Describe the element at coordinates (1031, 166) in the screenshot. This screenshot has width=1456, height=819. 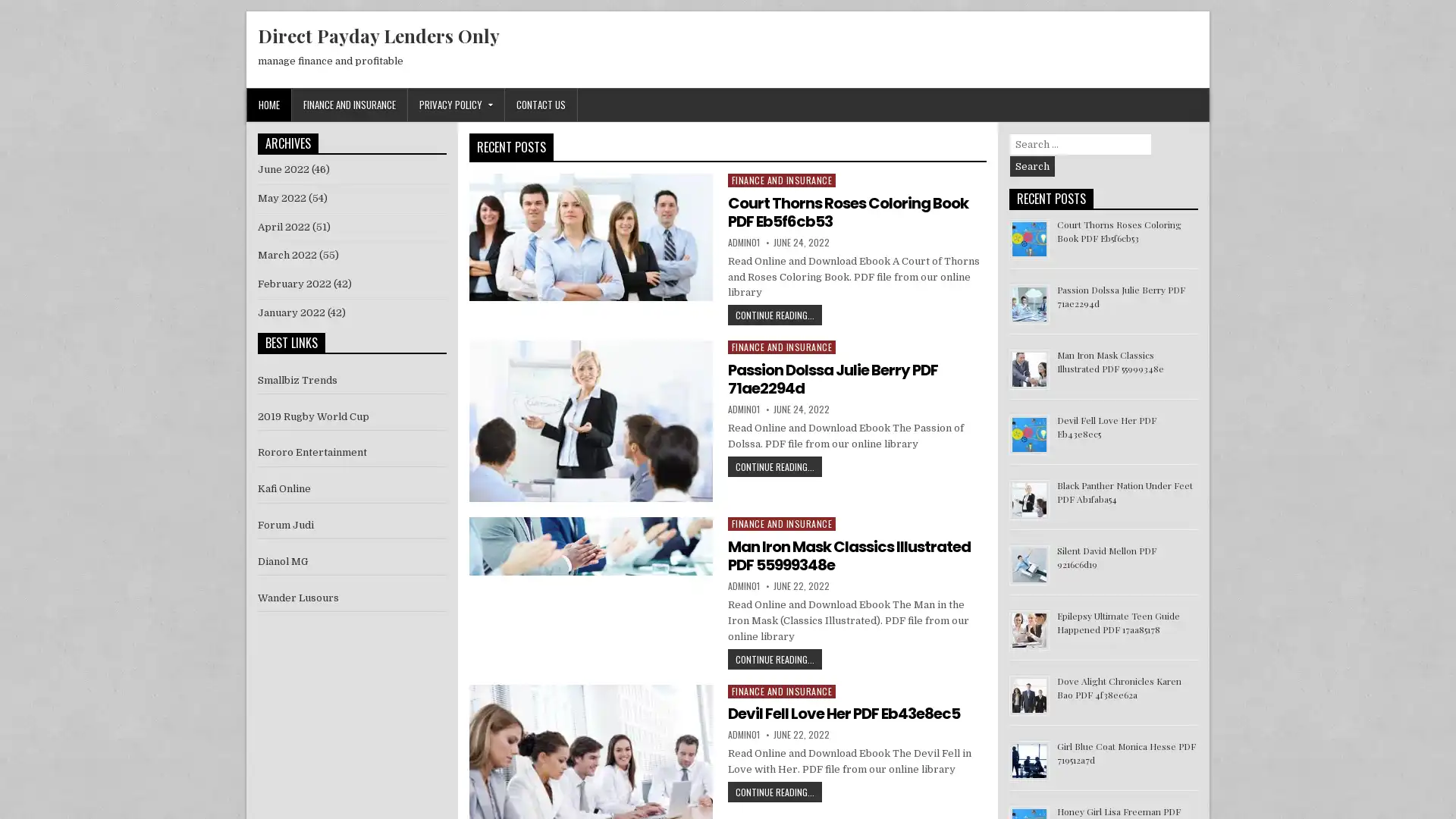
I see `Search` at that location.